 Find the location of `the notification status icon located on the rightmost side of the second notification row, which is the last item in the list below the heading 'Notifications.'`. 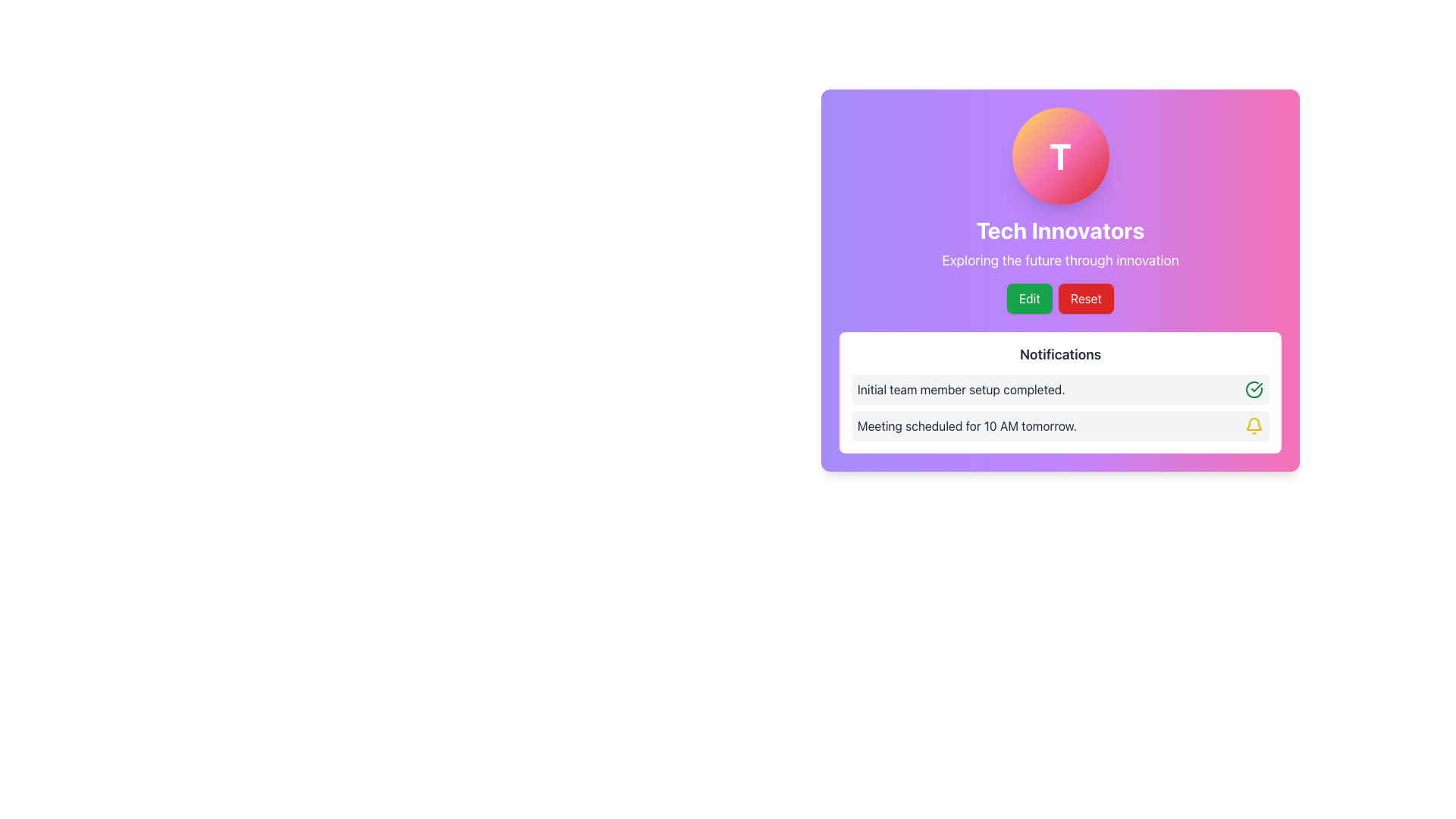

the notification status icon located on the rightmost side of the second notification row, which is the last item in the list below the heading 'Notifications.' is located at coordinates (1254, 424).